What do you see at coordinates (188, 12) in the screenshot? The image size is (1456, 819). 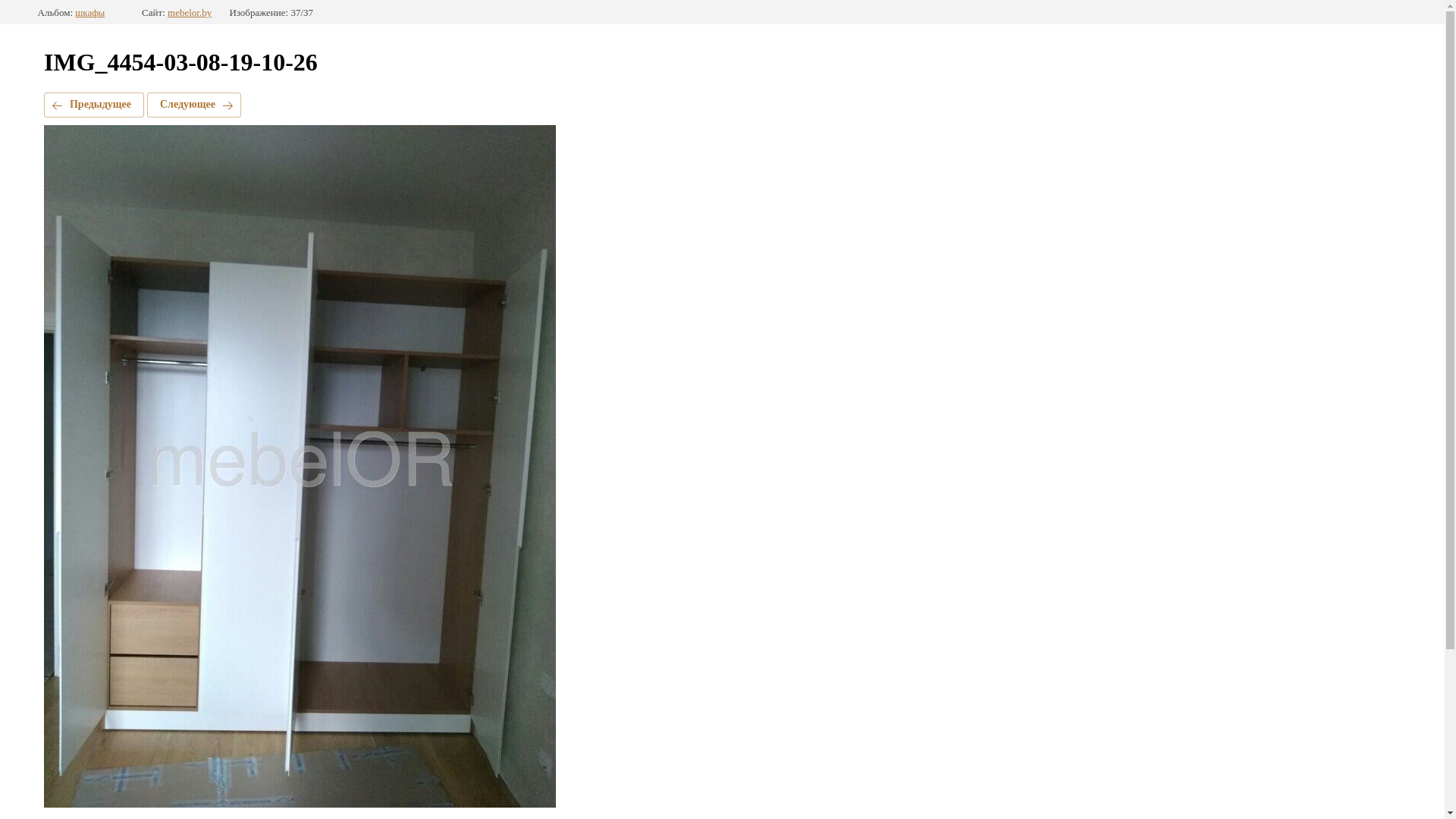 I see `'mebelor.by'` at bounding box center [188, 12].